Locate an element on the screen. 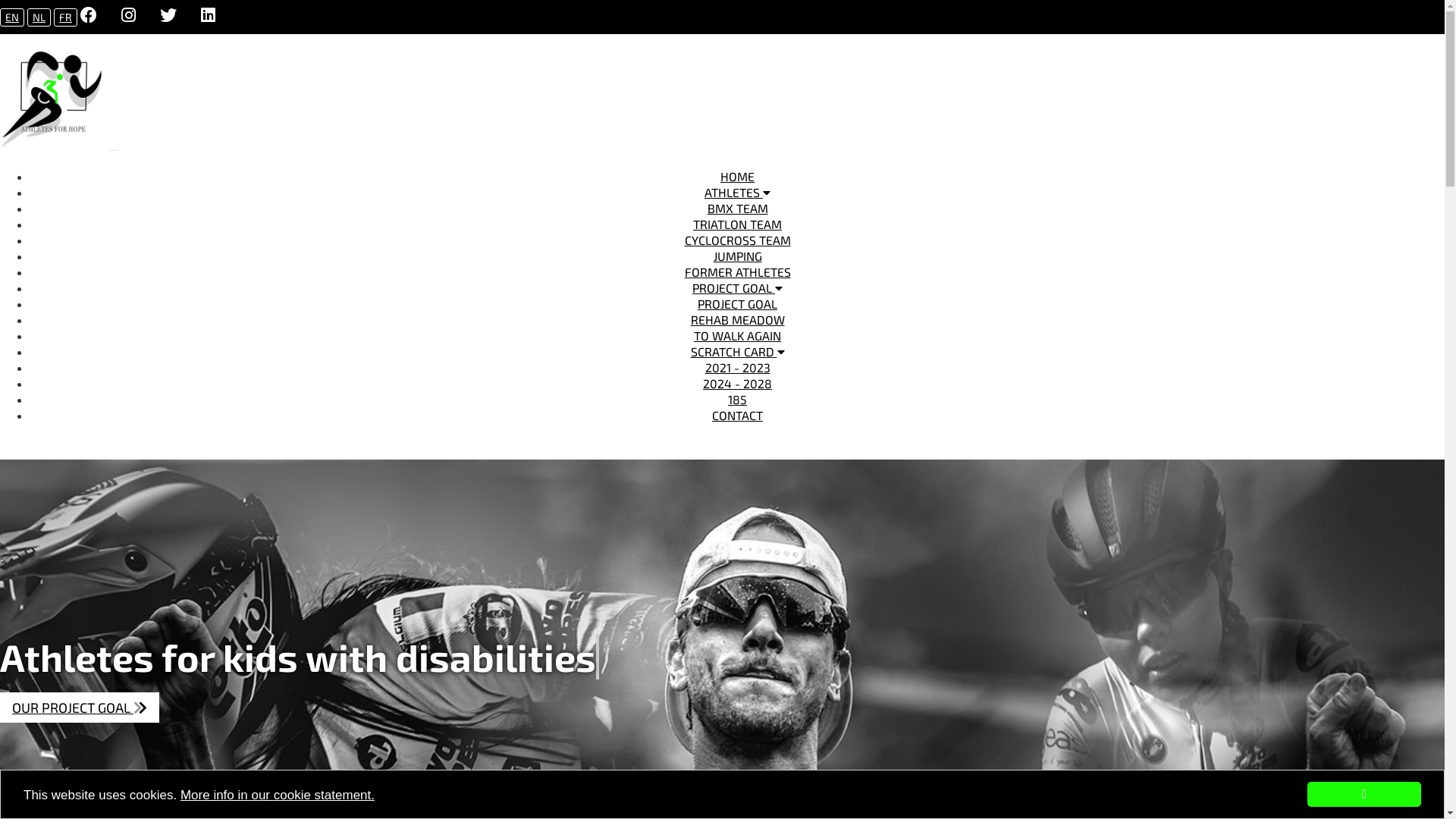  'REHAB MEADOW' is located at coordinates (736, 318).